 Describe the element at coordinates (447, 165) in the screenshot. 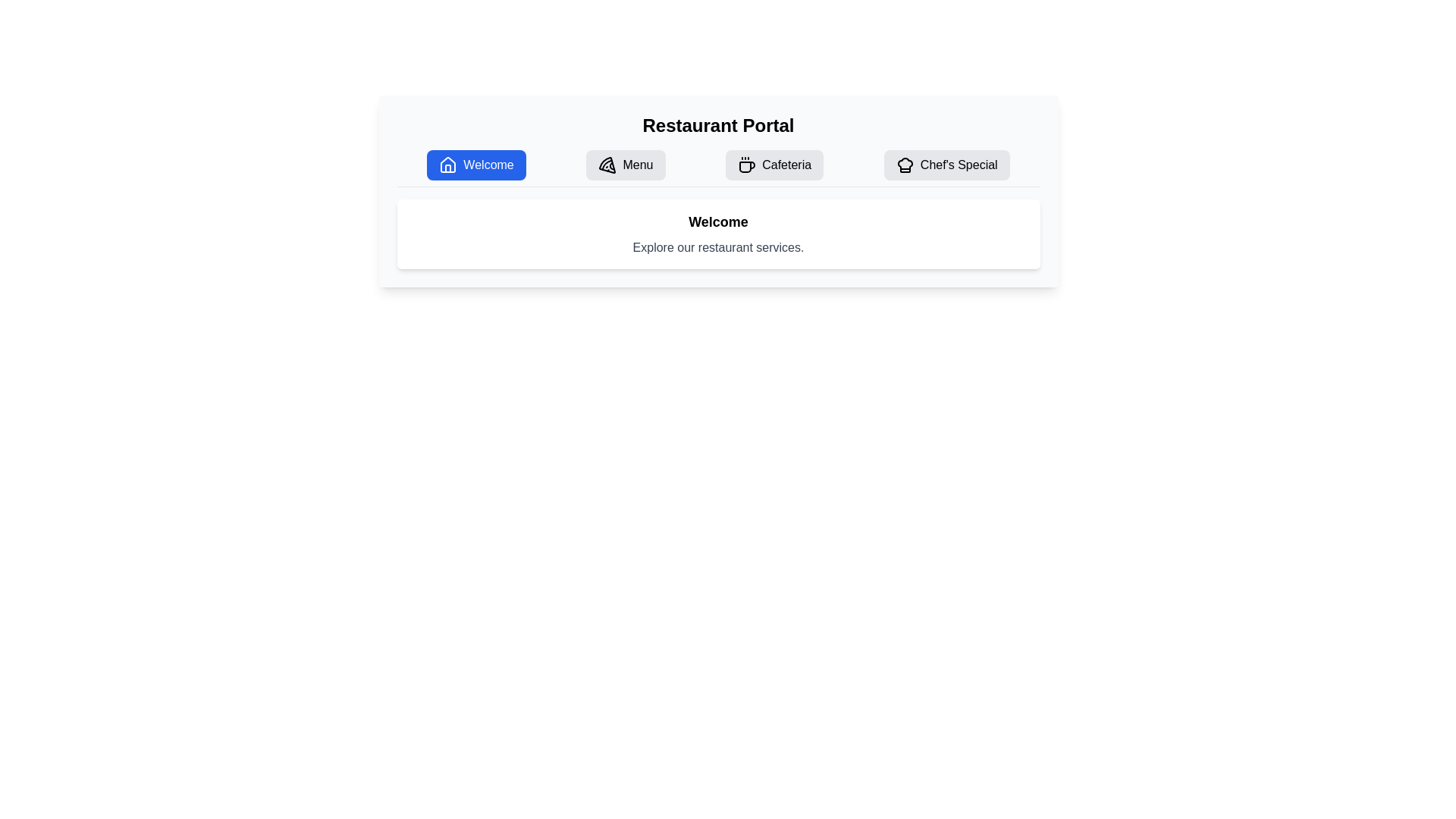

I see `the home icon (SVG) located to the left of the 'Welcome' button in the navigation row under the 'Restaurant Portal' heading` at that location.